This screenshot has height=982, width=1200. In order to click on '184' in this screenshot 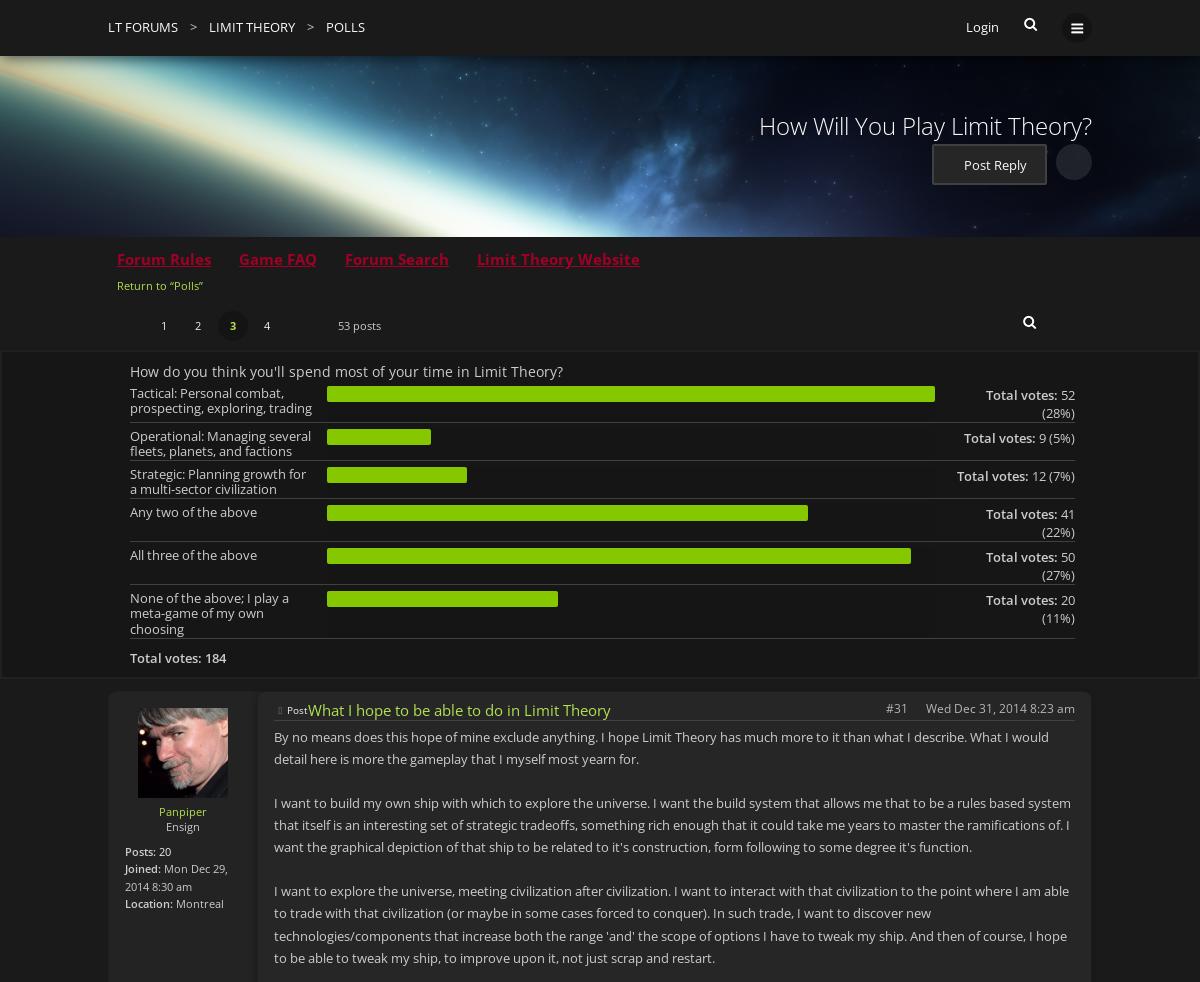, I will do `click(203, 655)`.